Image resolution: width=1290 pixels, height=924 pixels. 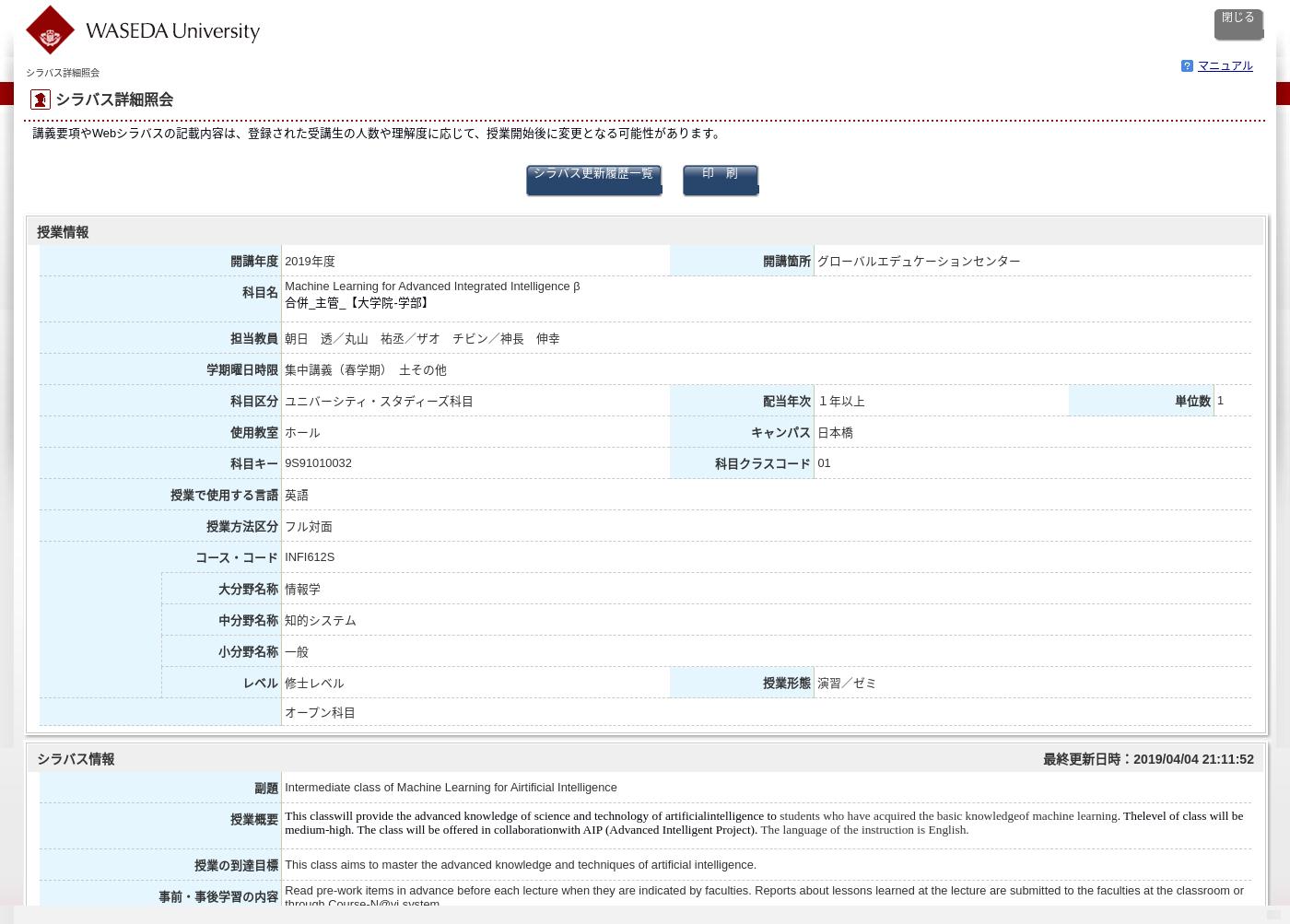 What do you see at coordinates (358, 301) in the screenshot?
I see `'合併_主管_【大学院-学部】'` at bounding box center [358, 301].